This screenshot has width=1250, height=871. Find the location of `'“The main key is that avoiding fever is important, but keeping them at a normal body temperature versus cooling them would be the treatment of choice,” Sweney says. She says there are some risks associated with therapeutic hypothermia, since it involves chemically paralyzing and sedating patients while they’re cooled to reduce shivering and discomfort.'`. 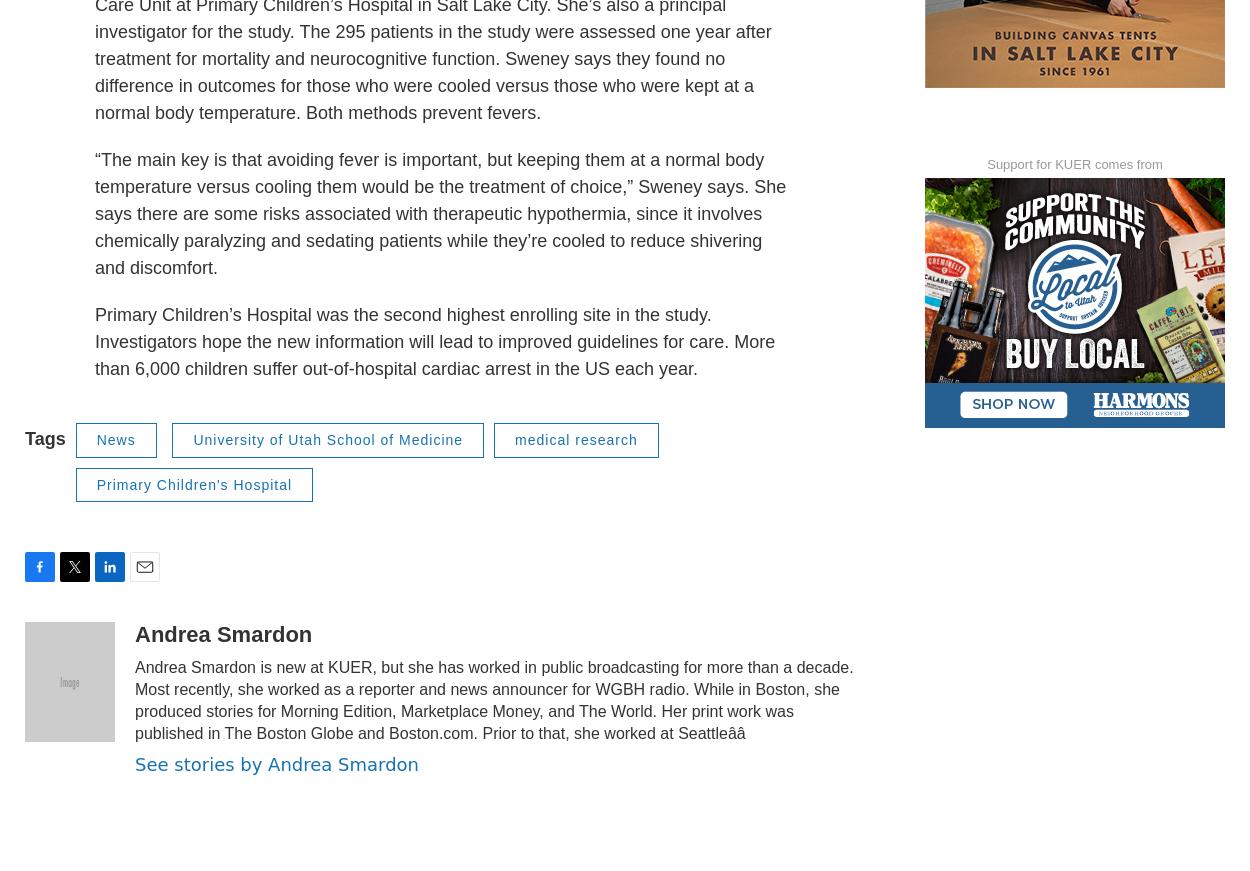

'“The main key is that avoiding fever is important, but keeping them at a normal body temperature versus cooling them would be the treatment of choice,” Sweney says. She says there are some risks associated with therapeutic hypothermia, since it involves chemically paralyzing and sedating patients while they’re cooled to reduce shivering and discomfort.' is located at coordinates (439, 257).